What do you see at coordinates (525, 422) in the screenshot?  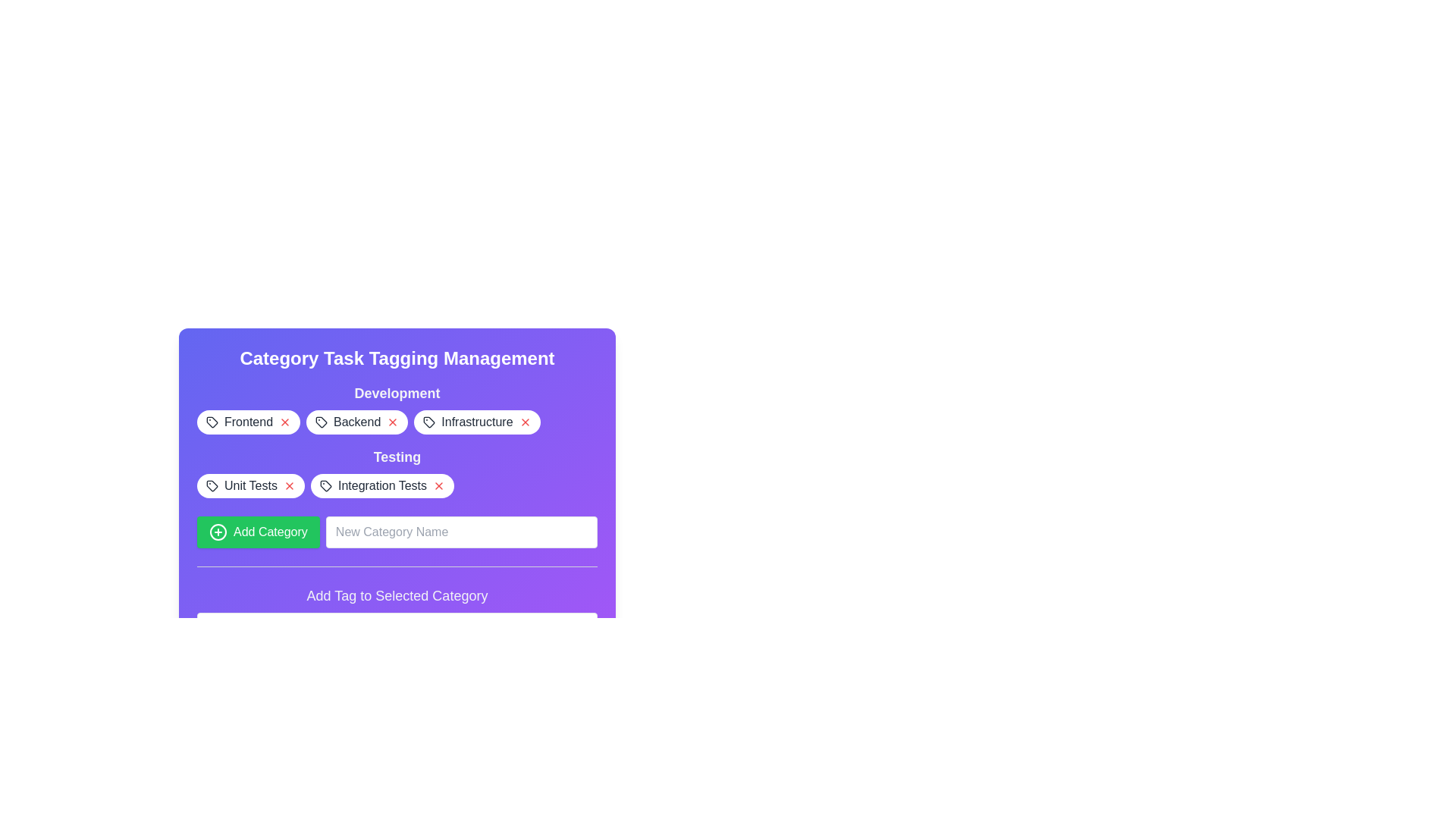 I see `the red 'X' icon button for the 'Infrastructure' tag to trigger its visual change effect` at bounding box center [525, 422].